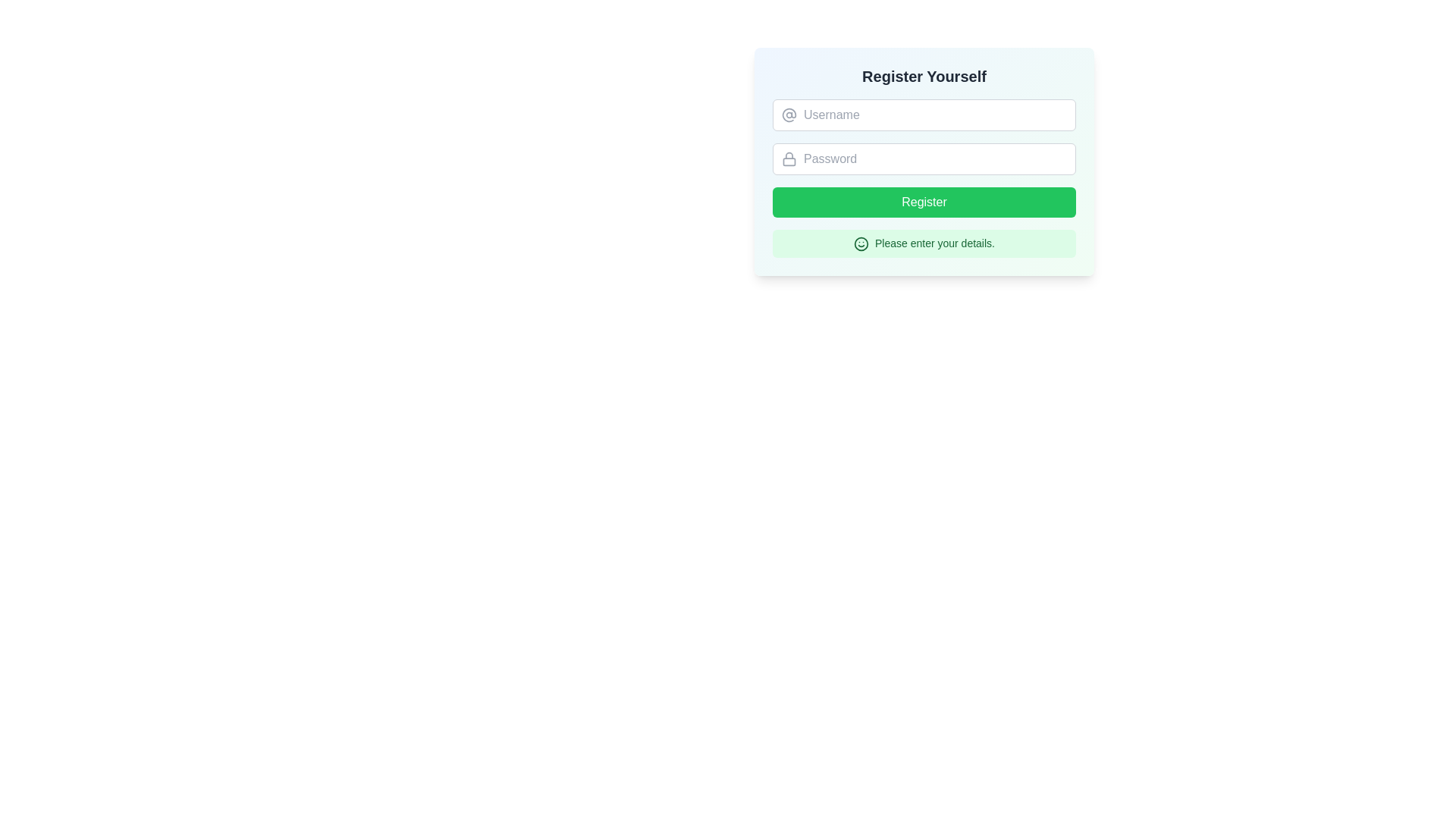 Image resolution: width=1456 pixels, height=819 pixels. What do you see at coordinates (861, 243) in the screenshot?
I see `the circular graphical element used as part of an icon located on the left side of the text area at the bottom of the feedback form` at bounding box center [861, 243].